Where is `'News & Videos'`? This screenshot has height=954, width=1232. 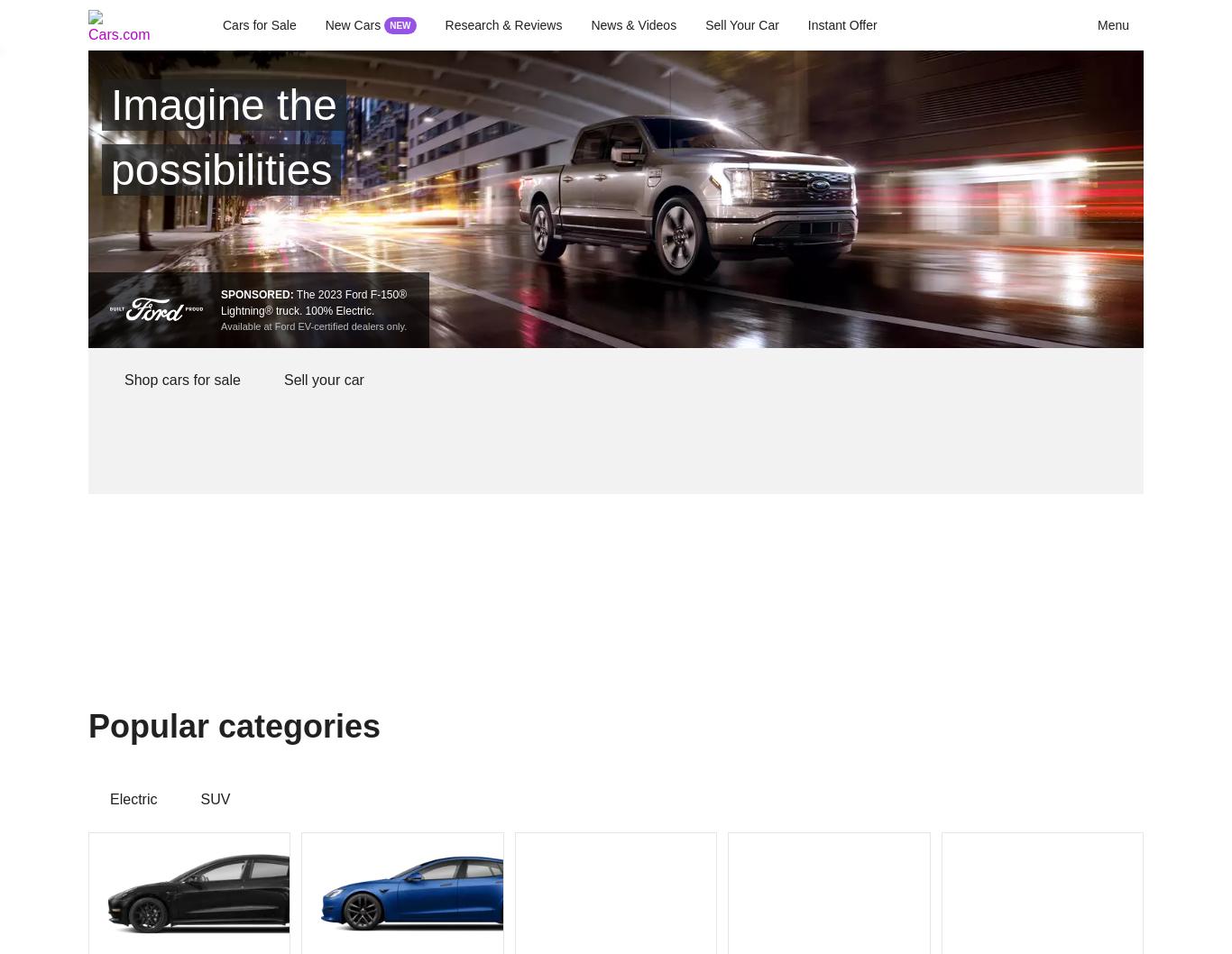
'News & Videos' is located at coordinates (633, 25).